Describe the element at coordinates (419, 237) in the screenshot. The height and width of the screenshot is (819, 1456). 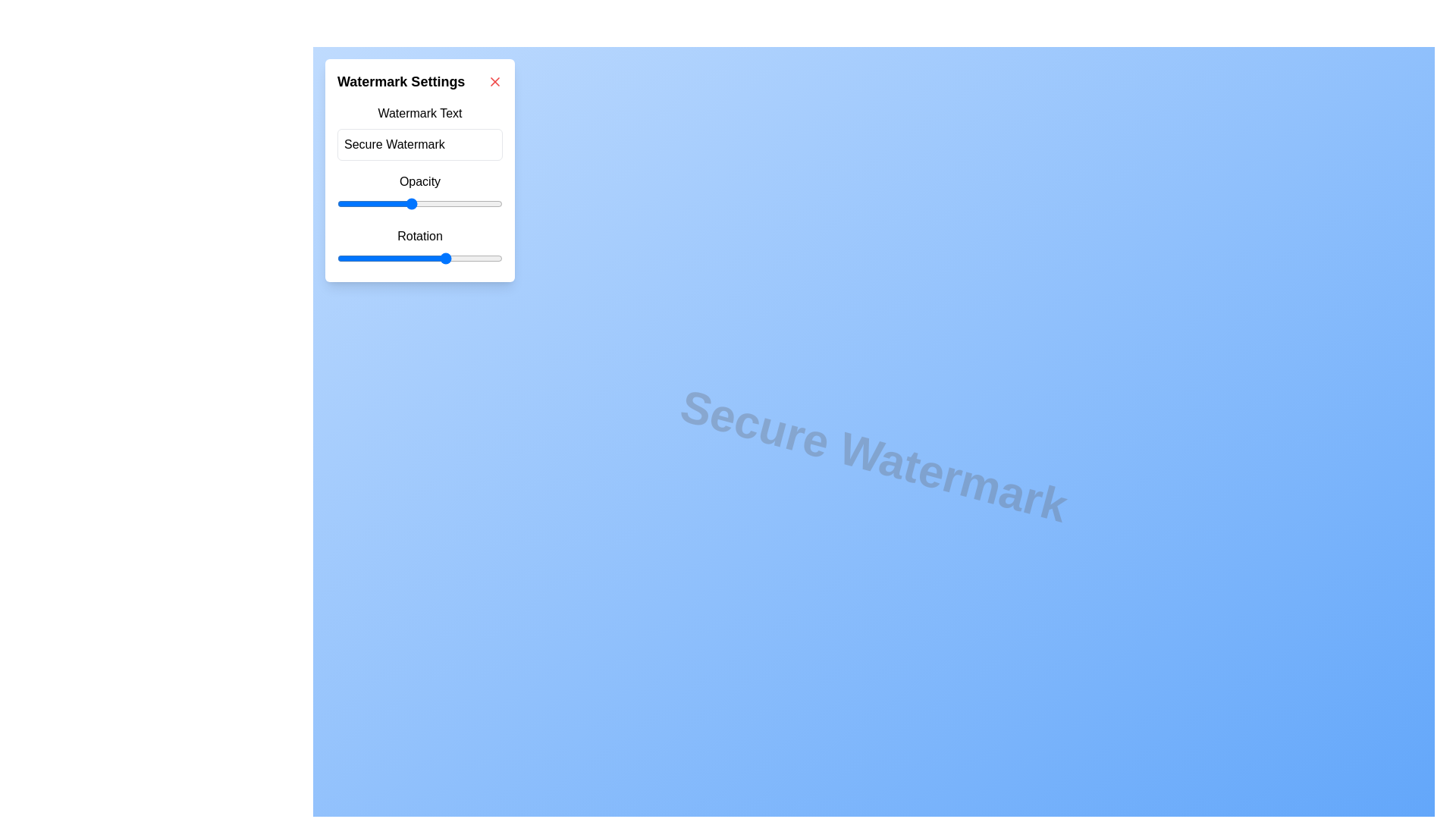
I see `the 'Rotation' text label located in the small settings panel, which is styled in medium font weight and positioned directly below the 'Opacity' label` at that location.